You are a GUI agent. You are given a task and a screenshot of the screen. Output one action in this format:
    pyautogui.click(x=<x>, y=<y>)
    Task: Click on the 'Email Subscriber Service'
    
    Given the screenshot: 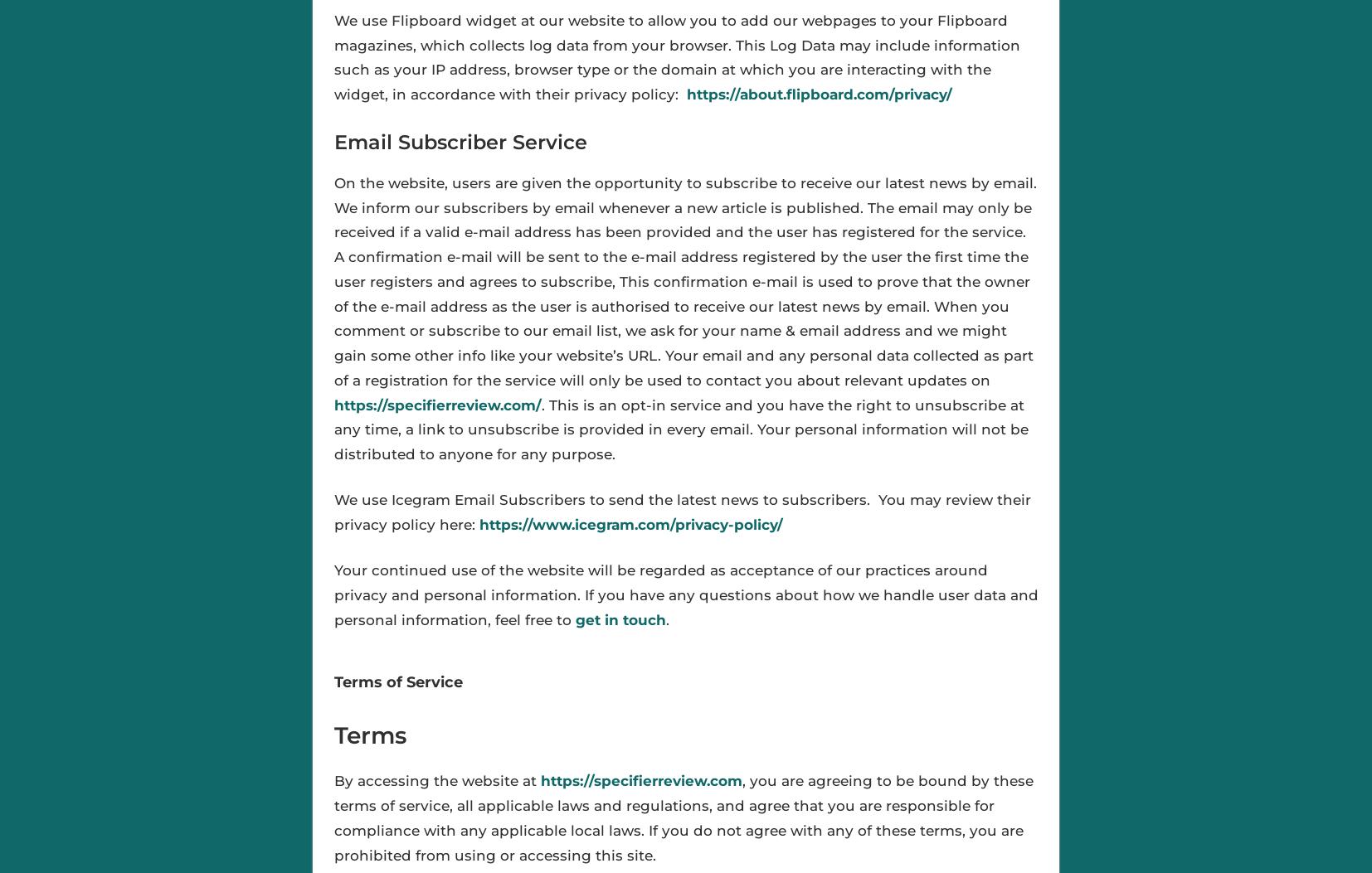 What is the action you would take?
    pyautogui.click(x=460, y=141)
    